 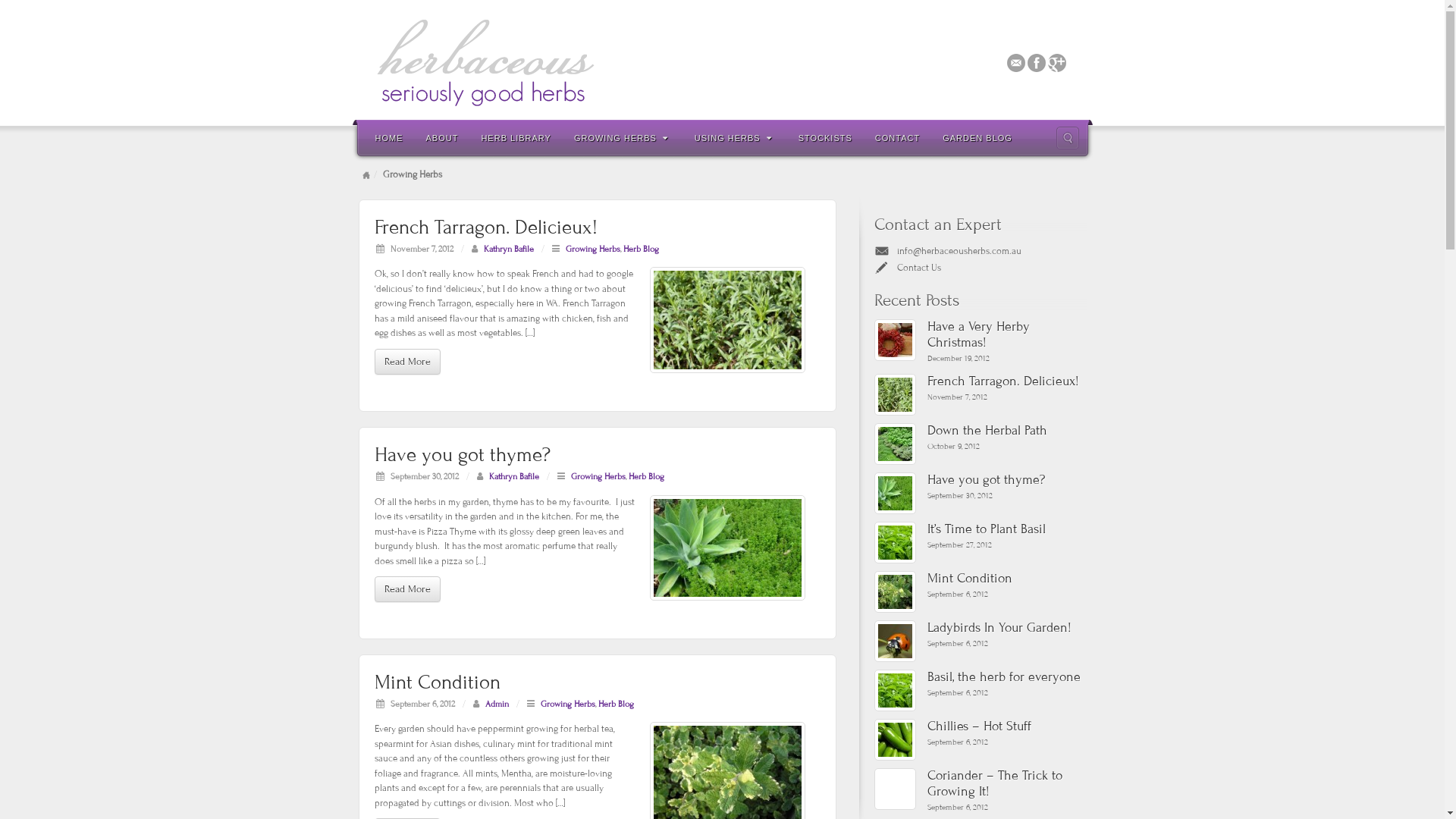 I want to click on 'HERB LIBRARY', so click(x=516, y=137).